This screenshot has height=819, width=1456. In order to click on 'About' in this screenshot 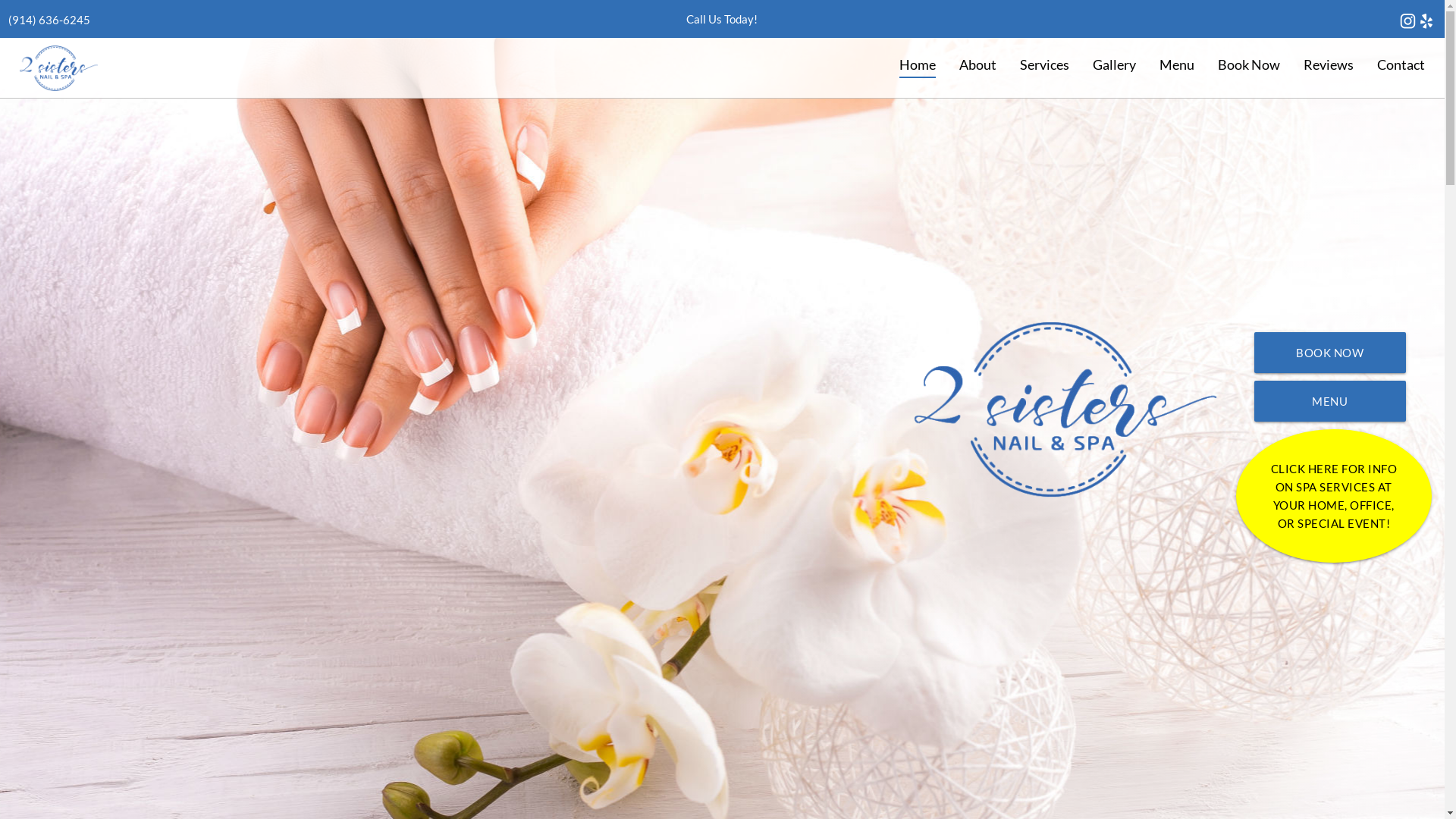, I will do `click(977, 64)`.